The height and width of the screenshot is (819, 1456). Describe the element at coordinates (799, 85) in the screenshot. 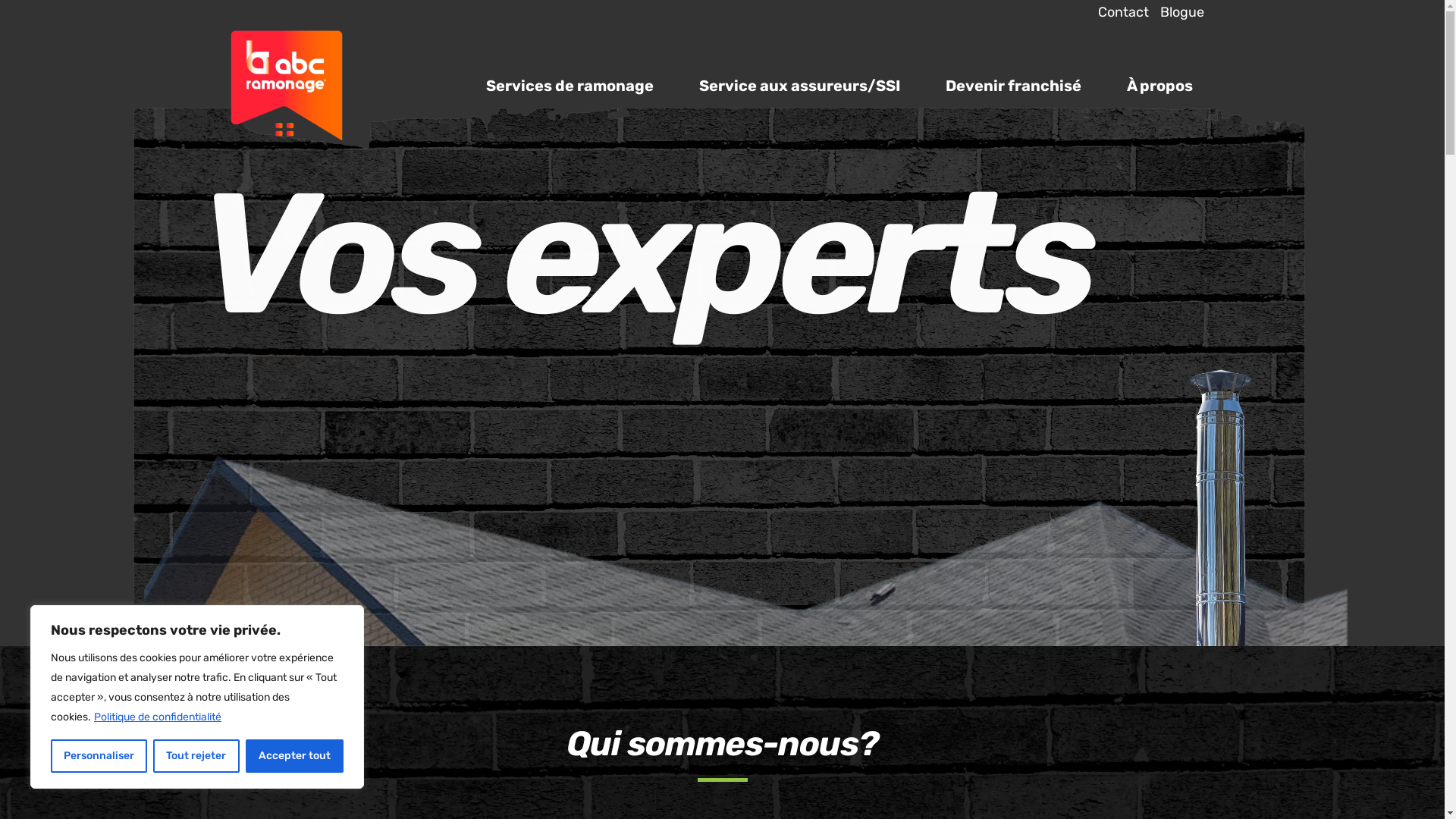

I see `'Service aux assureurs/SSI'` at that location.